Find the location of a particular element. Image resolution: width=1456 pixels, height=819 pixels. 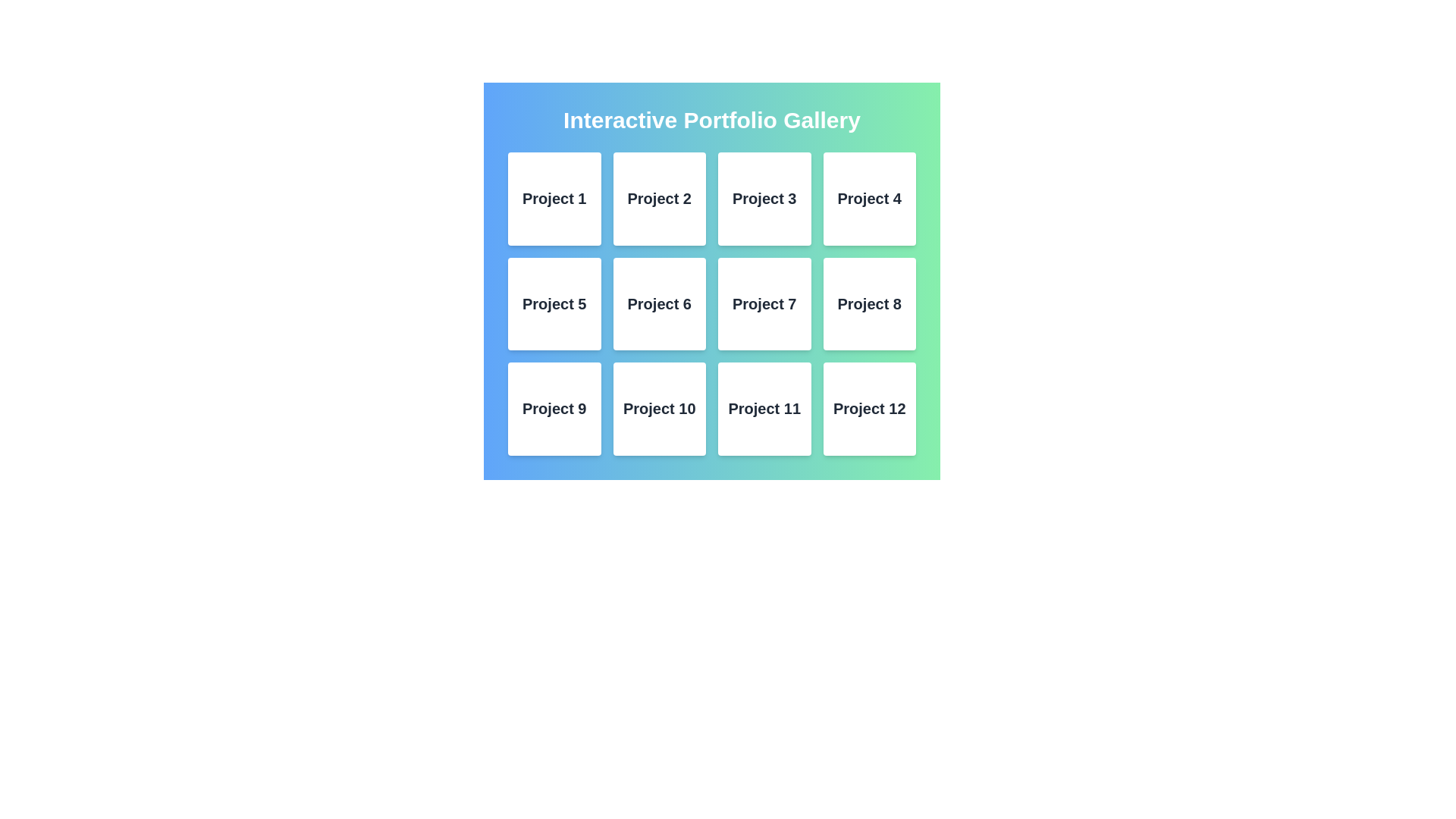

the circular share button with a gray background located at the top-right corner of the 'Project 8' card to observe the background color change to white is located at coordinates (889, 303).